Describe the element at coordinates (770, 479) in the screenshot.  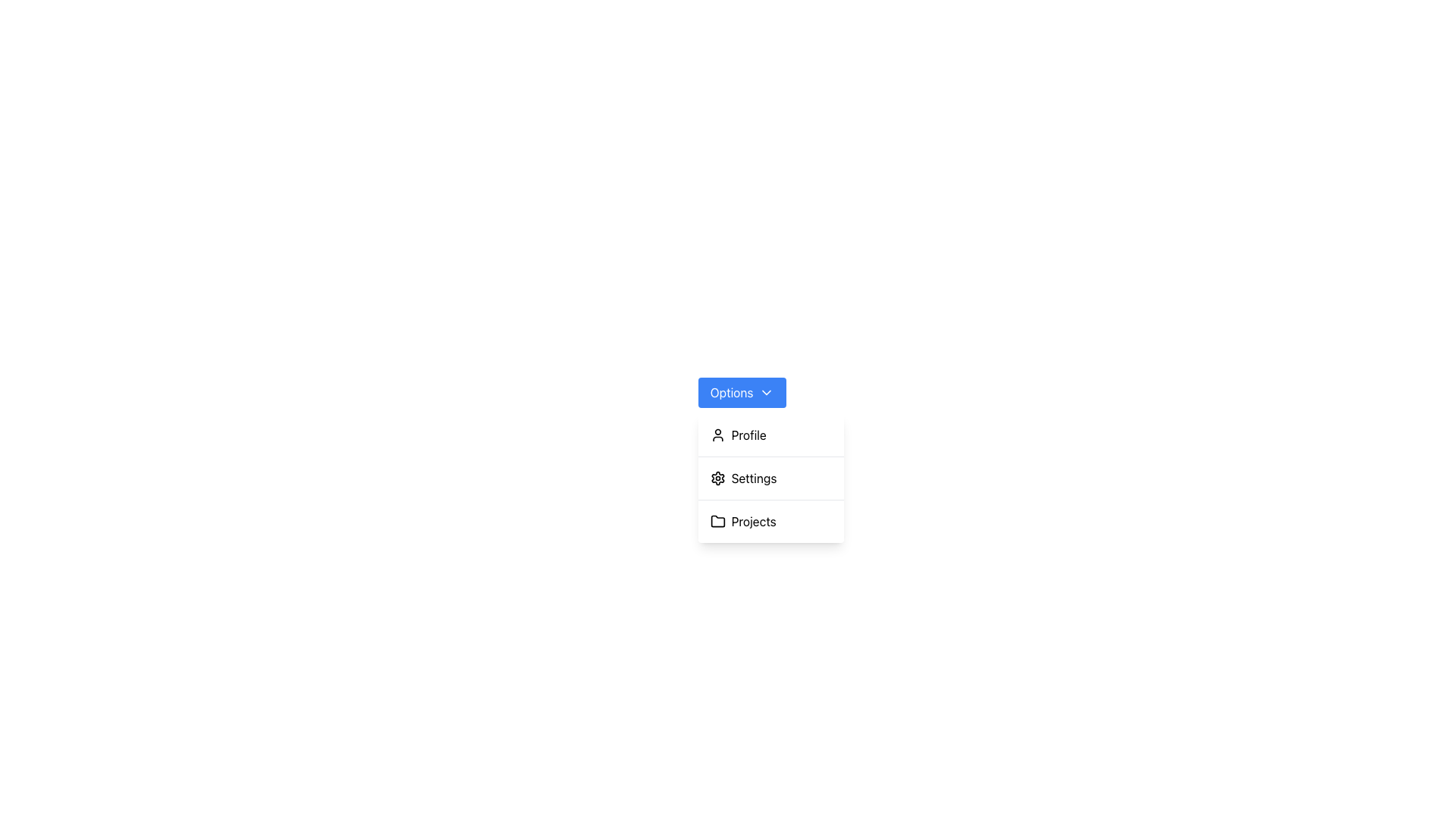
I see `the second item in the Navigation menu that leads to the 'Settings' page` at that location.